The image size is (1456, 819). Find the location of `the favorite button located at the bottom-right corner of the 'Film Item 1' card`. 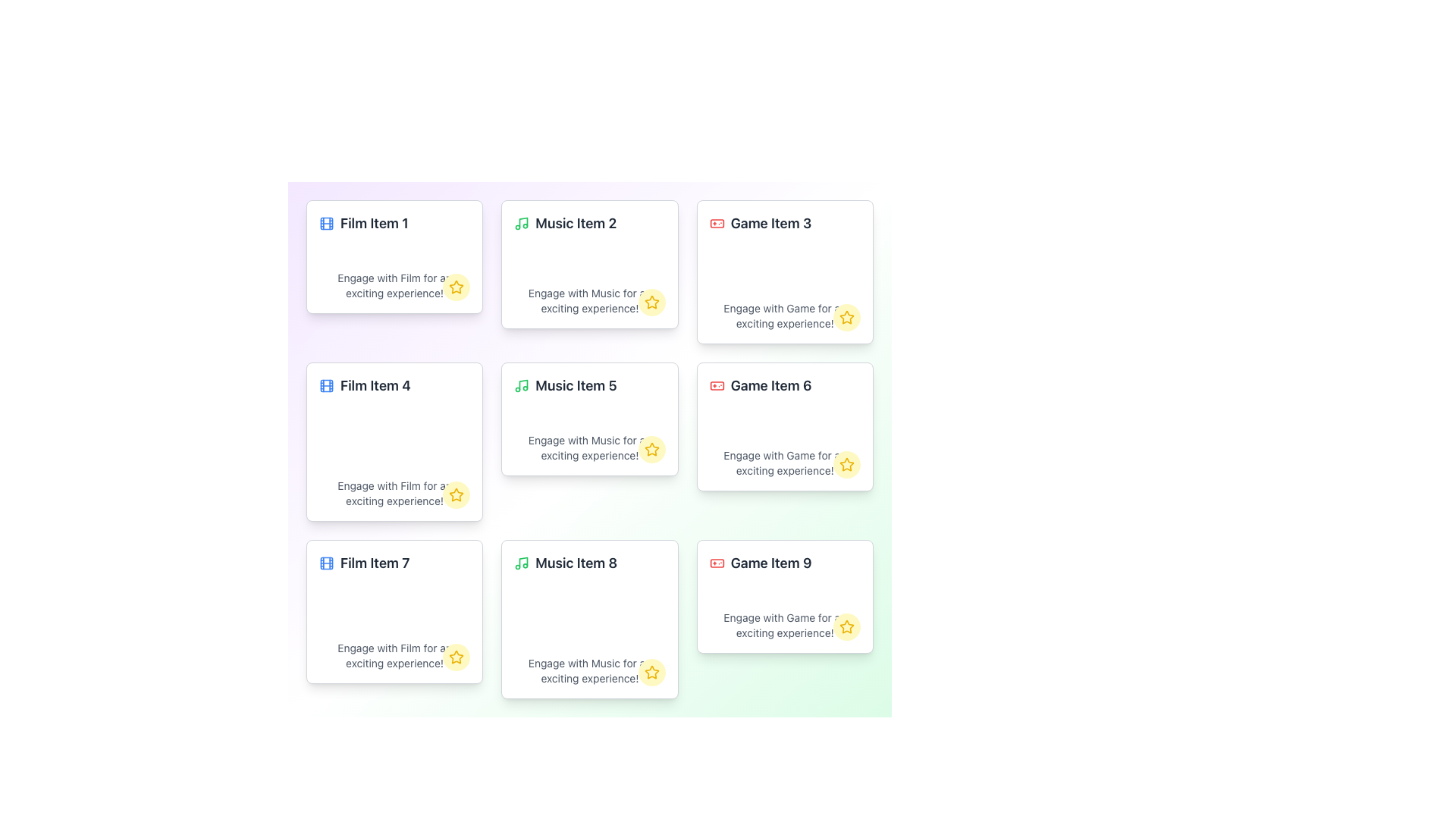

the favorite button located at the bottom-right corner of the 'Film Item 1' card is located at coordinates (455, 287).